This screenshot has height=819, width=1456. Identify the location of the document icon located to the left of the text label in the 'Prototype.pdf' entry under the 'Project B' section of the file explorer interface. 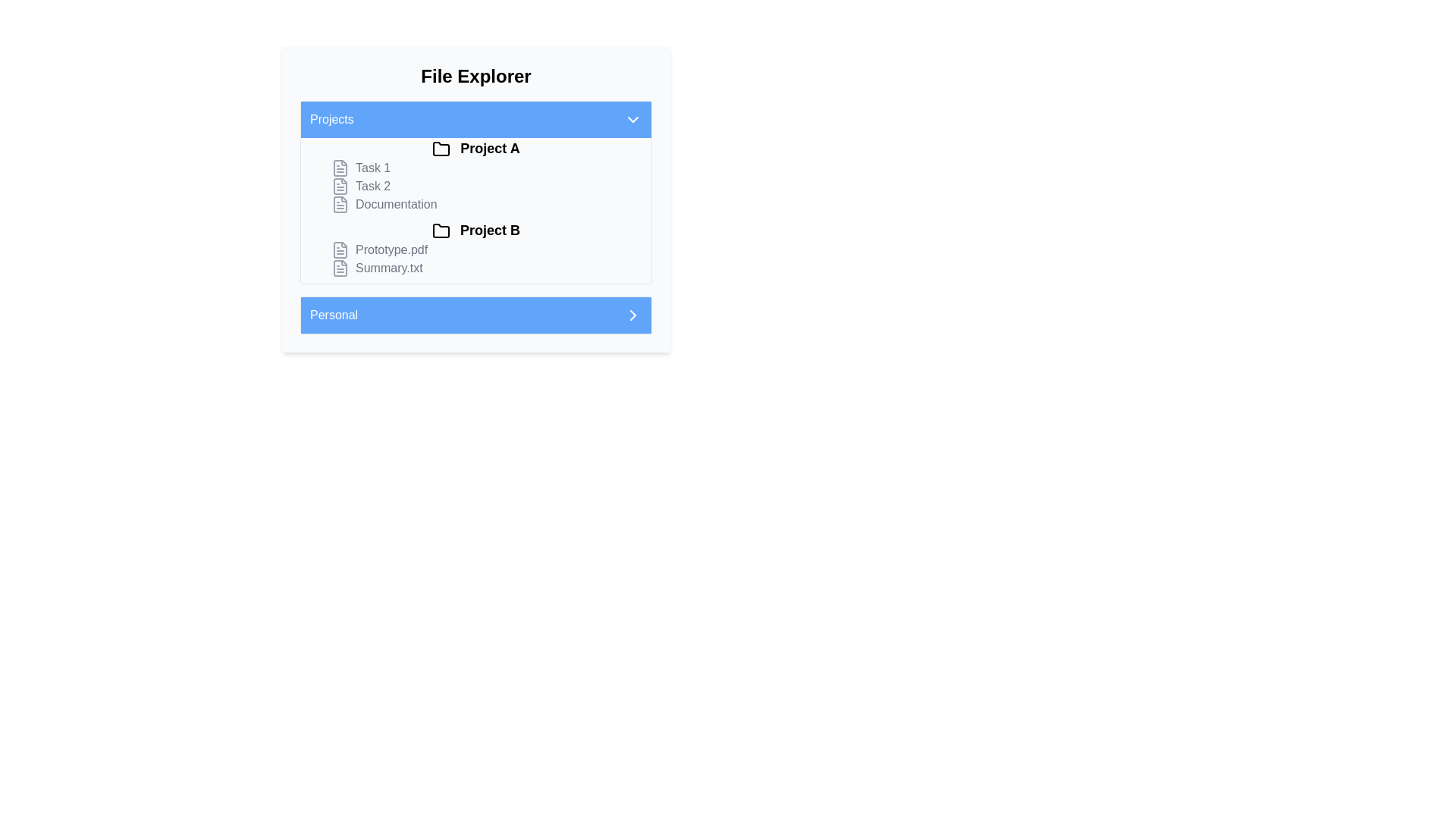
(340, 249).